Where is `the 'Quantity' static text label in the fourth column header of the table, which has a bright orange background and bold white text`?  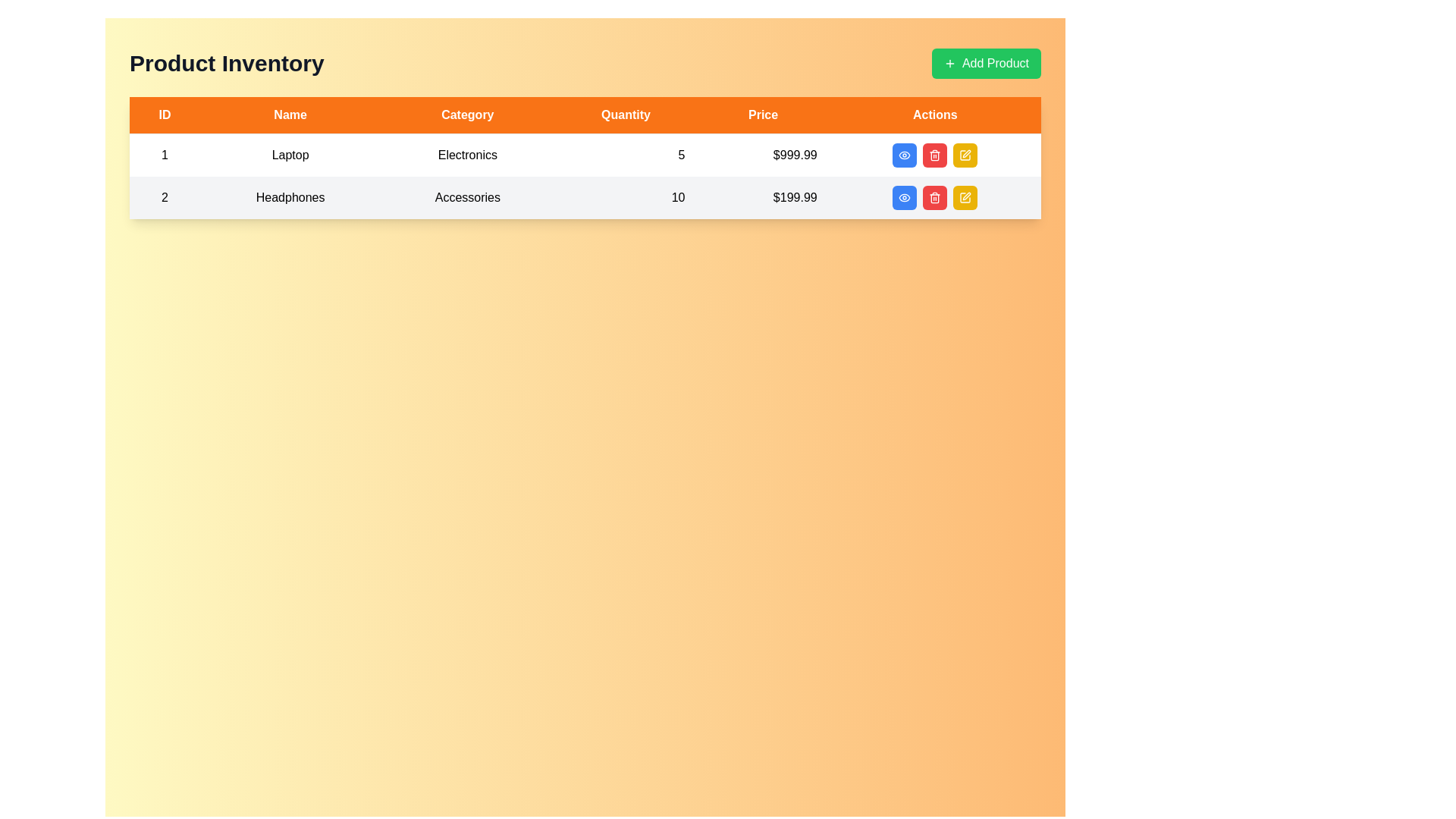 the 'Quantity' static text label in the fourth column header of the table, which has a bright orange background and bold white text is located at coordinates (626, 115).